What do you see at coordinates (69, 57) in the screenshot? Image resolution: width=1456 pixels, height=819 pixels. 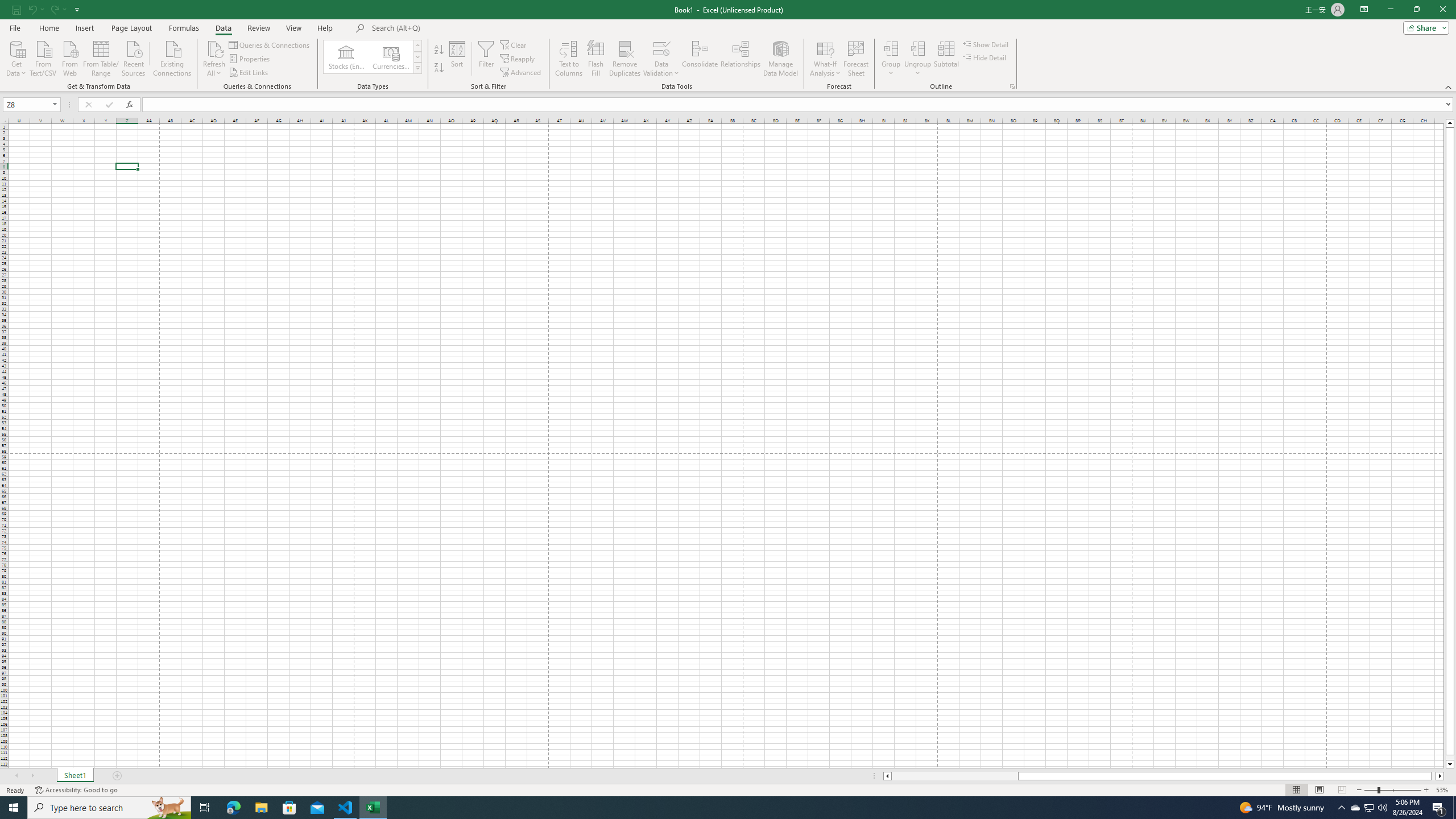 I see `'From Web'` at bounding box center [69, 57].